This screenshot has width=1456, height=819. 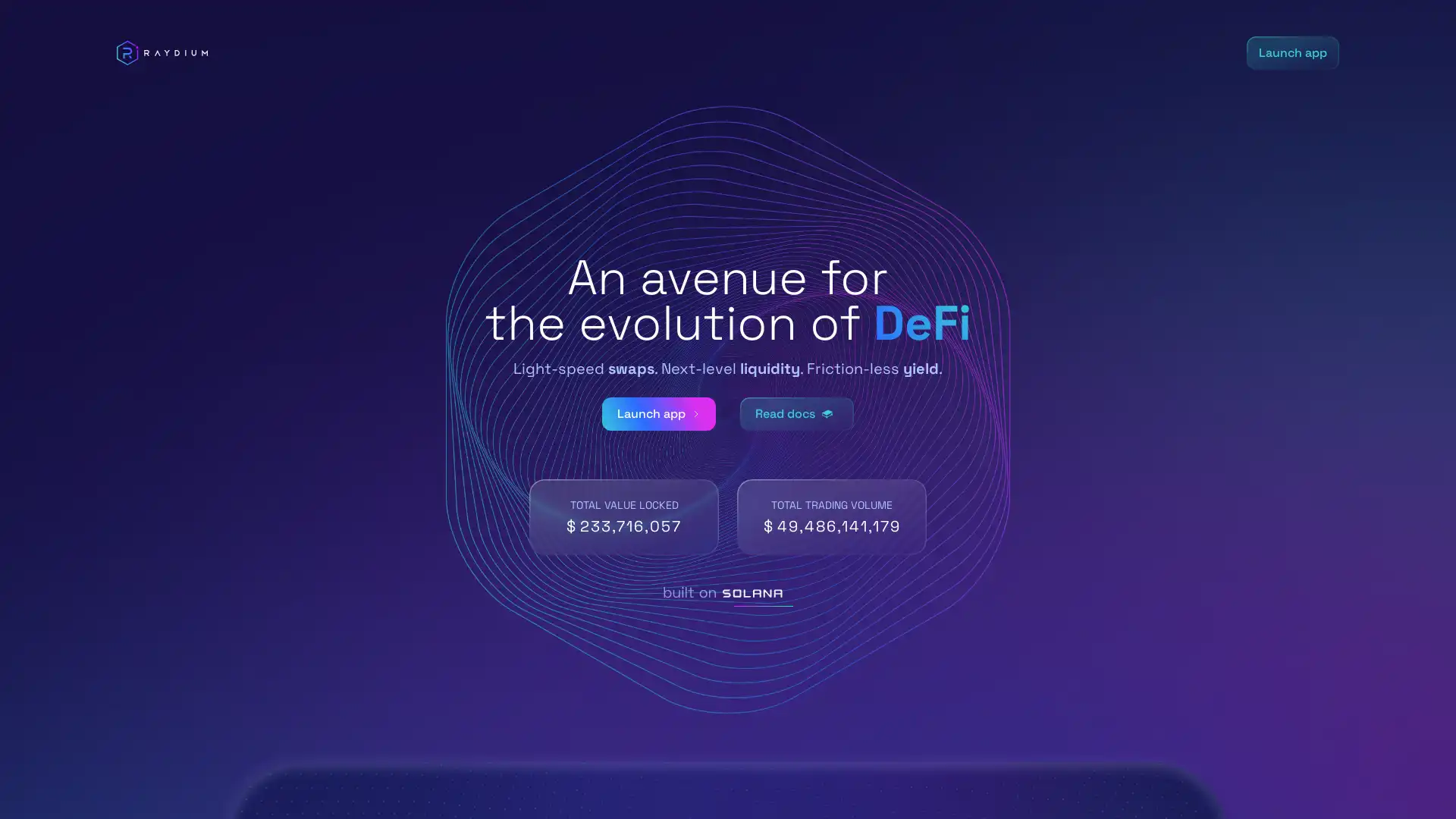 I want to click on Read docs gitbook, so click(x=796, y=414).